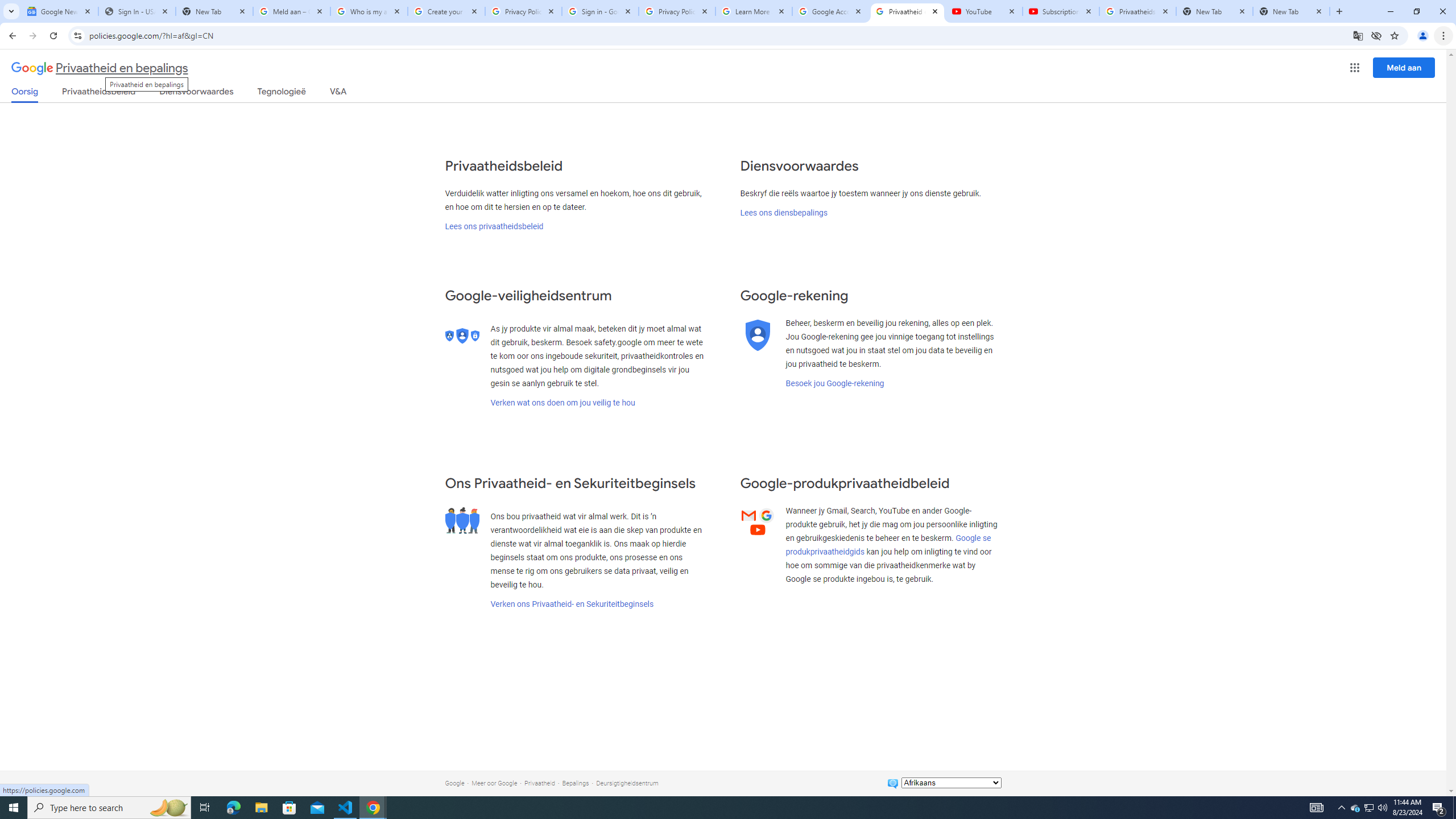 The height and width of the screenshot is (819, 1456). Describe the element at coordinates (446, 11) in the screenshot. I see `'Create your Google Account'` at that location.